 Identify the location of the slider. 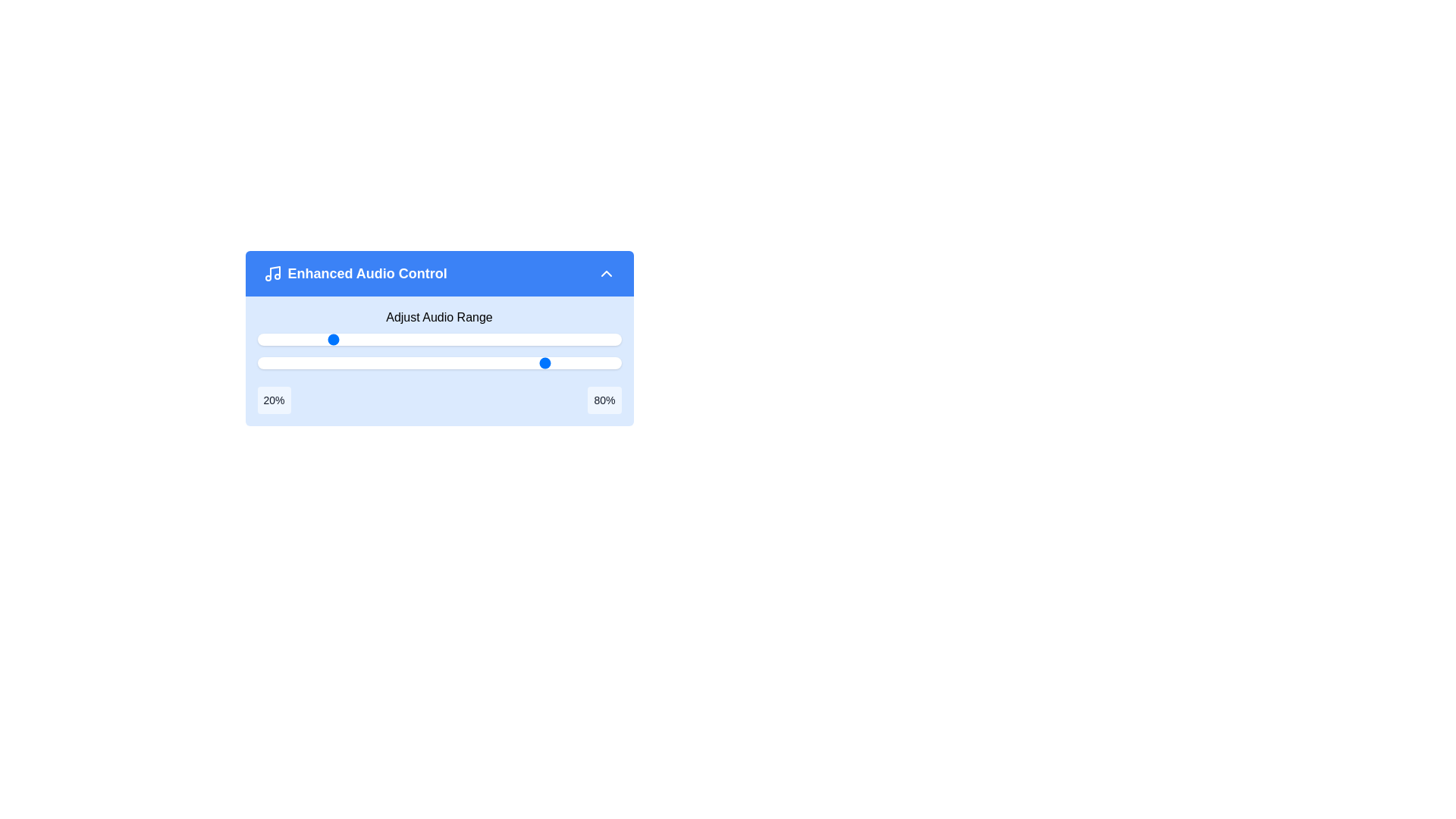
(479, 362).